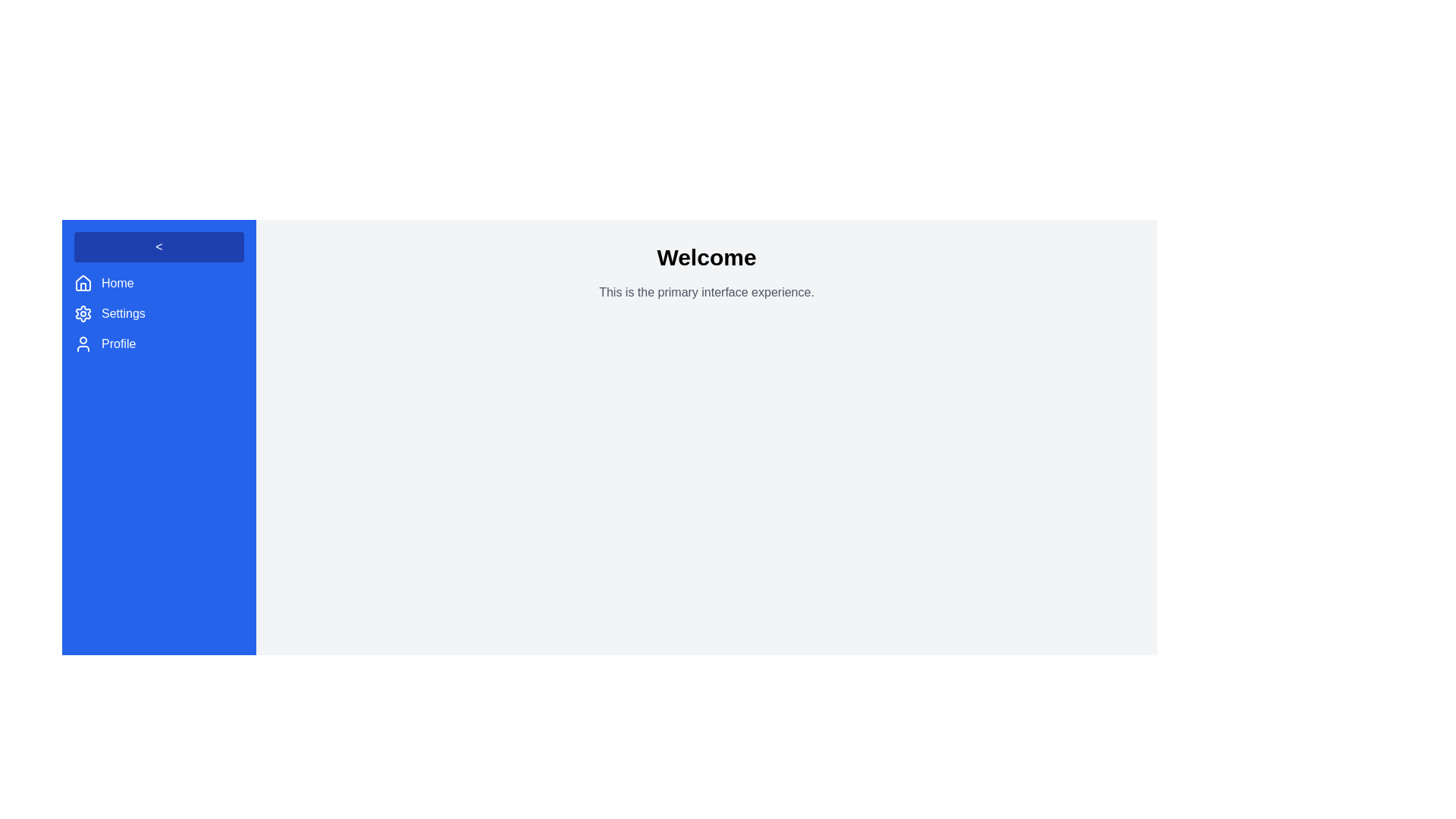 The height and width of the screenshot is (819, 1456). I want to click on the house-shaped icon on the blue background located at the top of the left sidebar menu, so click(83, 284).